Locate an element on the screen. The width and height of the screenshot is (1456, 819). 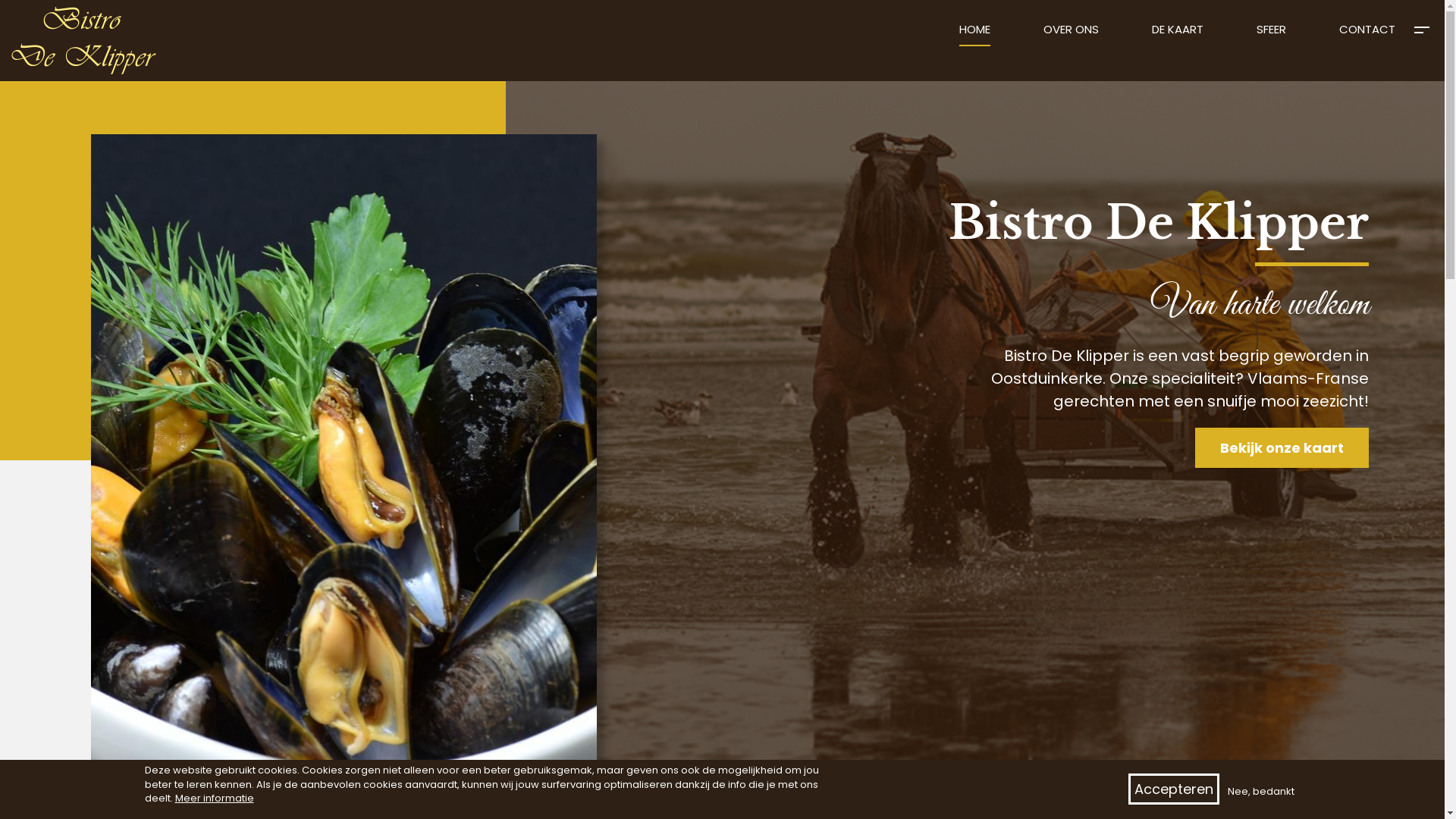
'SFEER' is located at coordinates (1271, 34).